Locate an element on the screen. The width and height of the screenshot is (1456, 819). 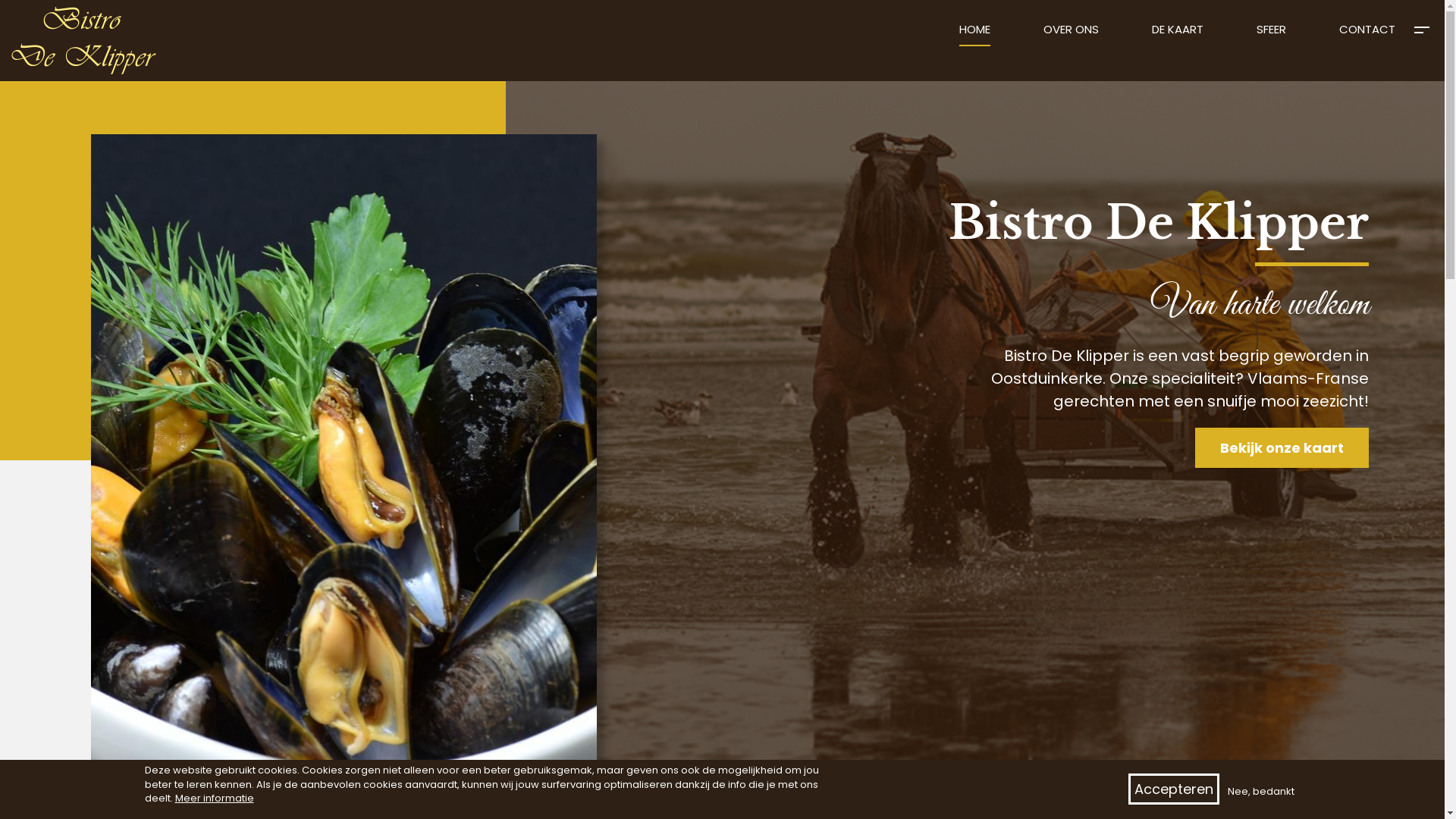
'SFEER' is located at coordinates (1271, 34).